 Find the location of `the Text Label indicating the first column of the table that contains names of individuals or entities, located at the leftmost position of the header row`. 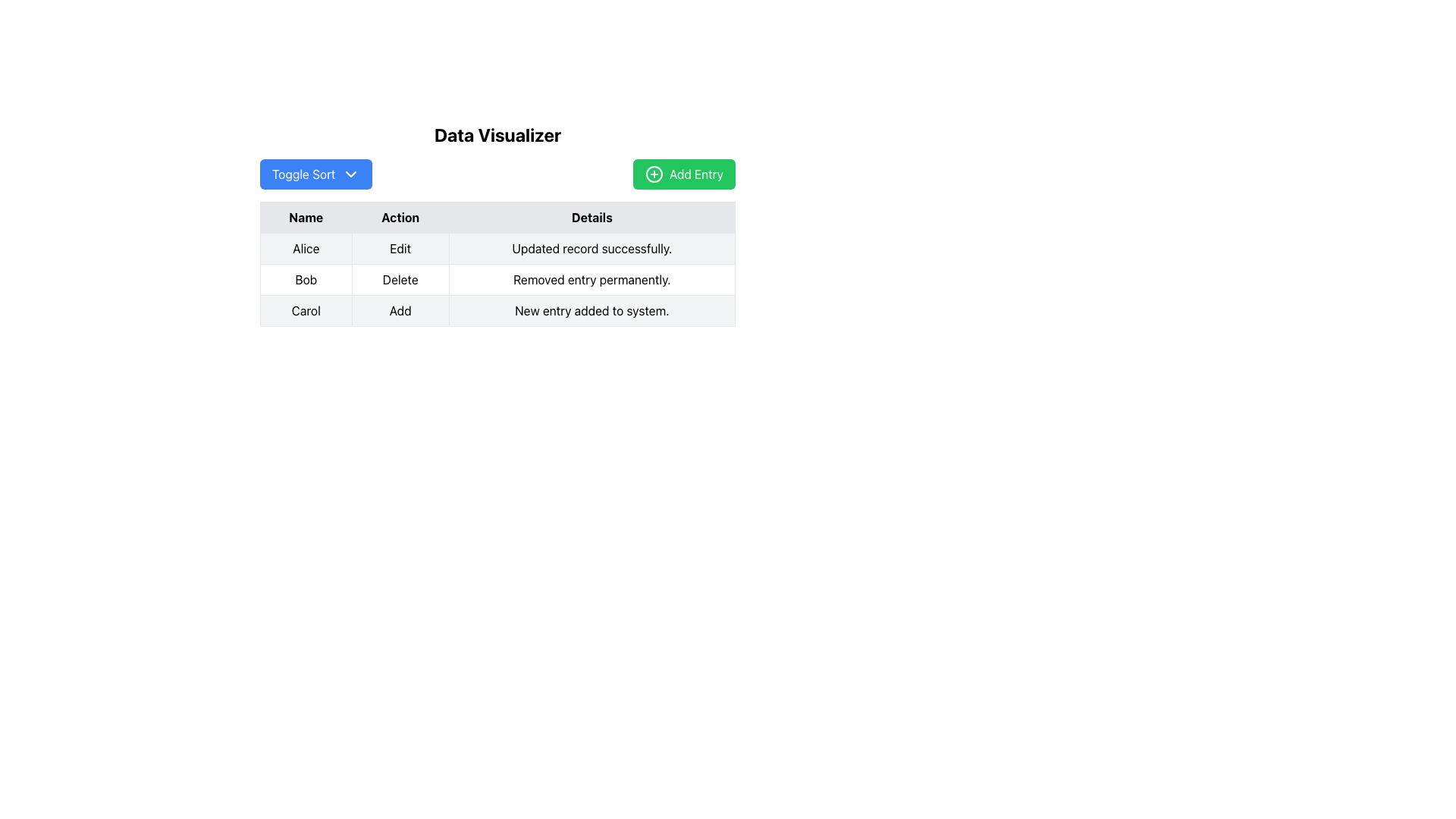

the Text Label indicating the first column of the table that contains names of individuals or entities, located at the leftmost position of the header row is located at coordinates (305, 217).